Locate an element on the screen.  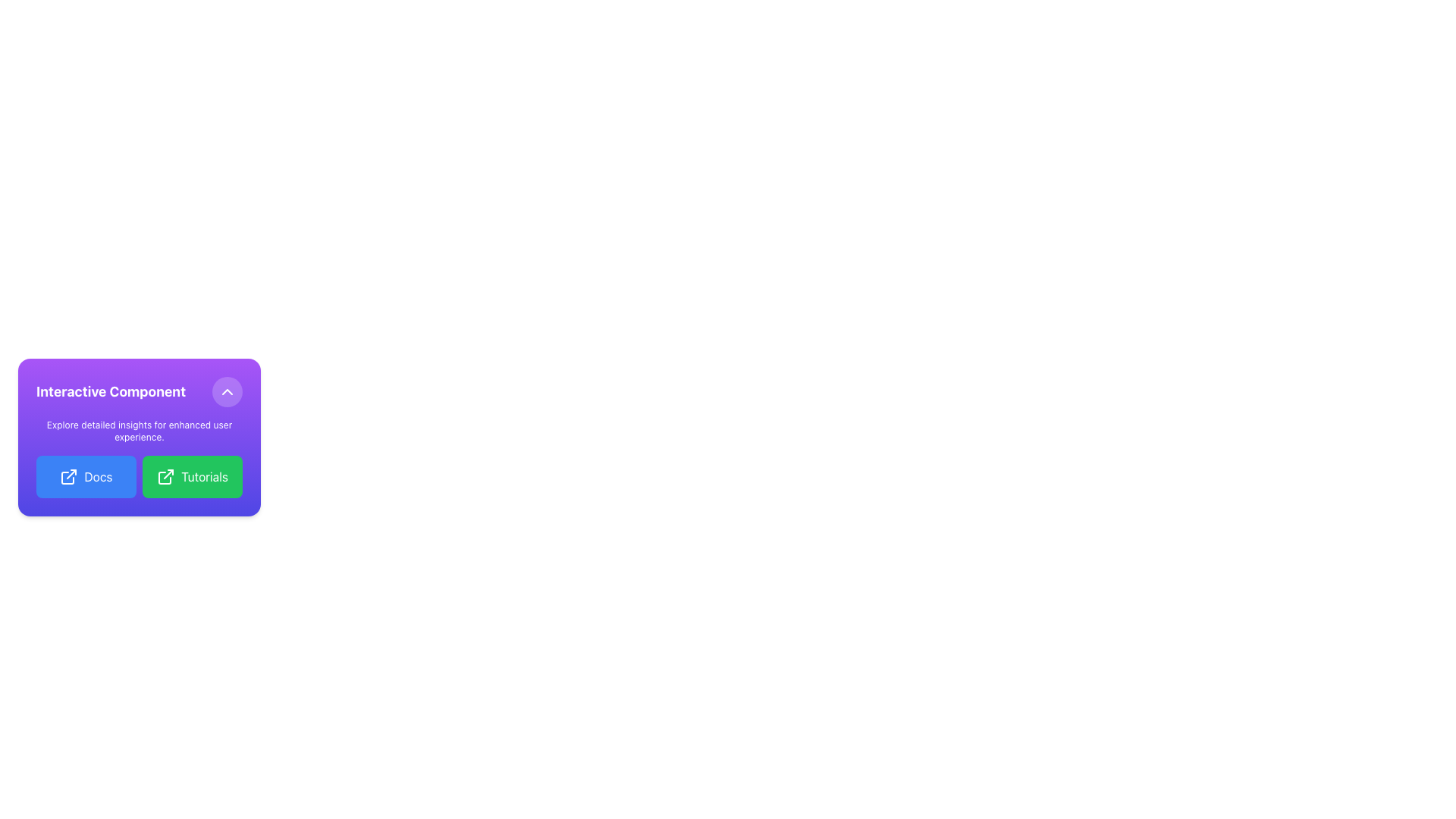
the static informational text located just below the larger title and above the 'Docs' and 'Tutorials' buttons is located at coordinates (139, 431).